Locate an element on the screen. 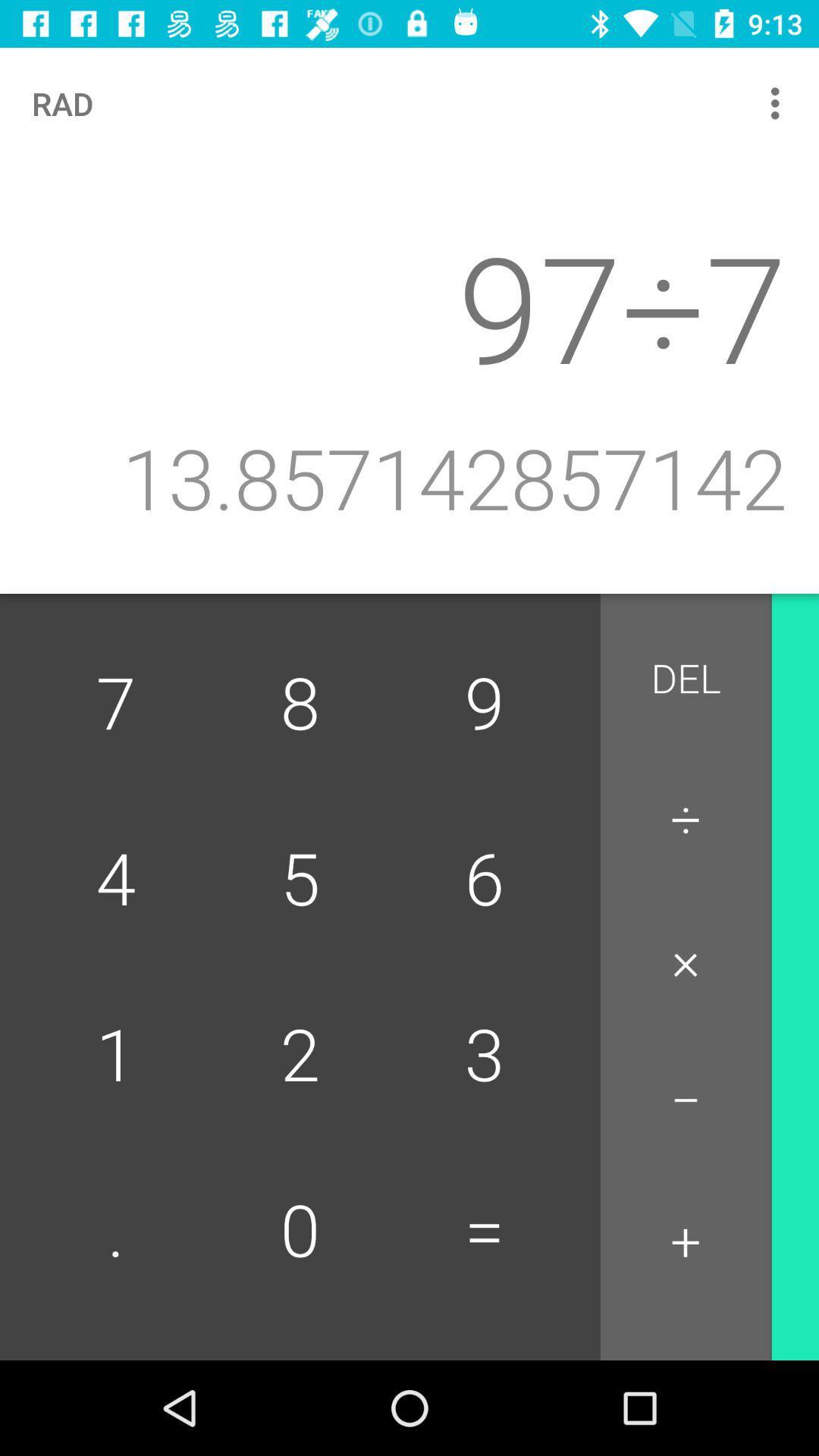  + icon is located at coordinates (686, 1242).